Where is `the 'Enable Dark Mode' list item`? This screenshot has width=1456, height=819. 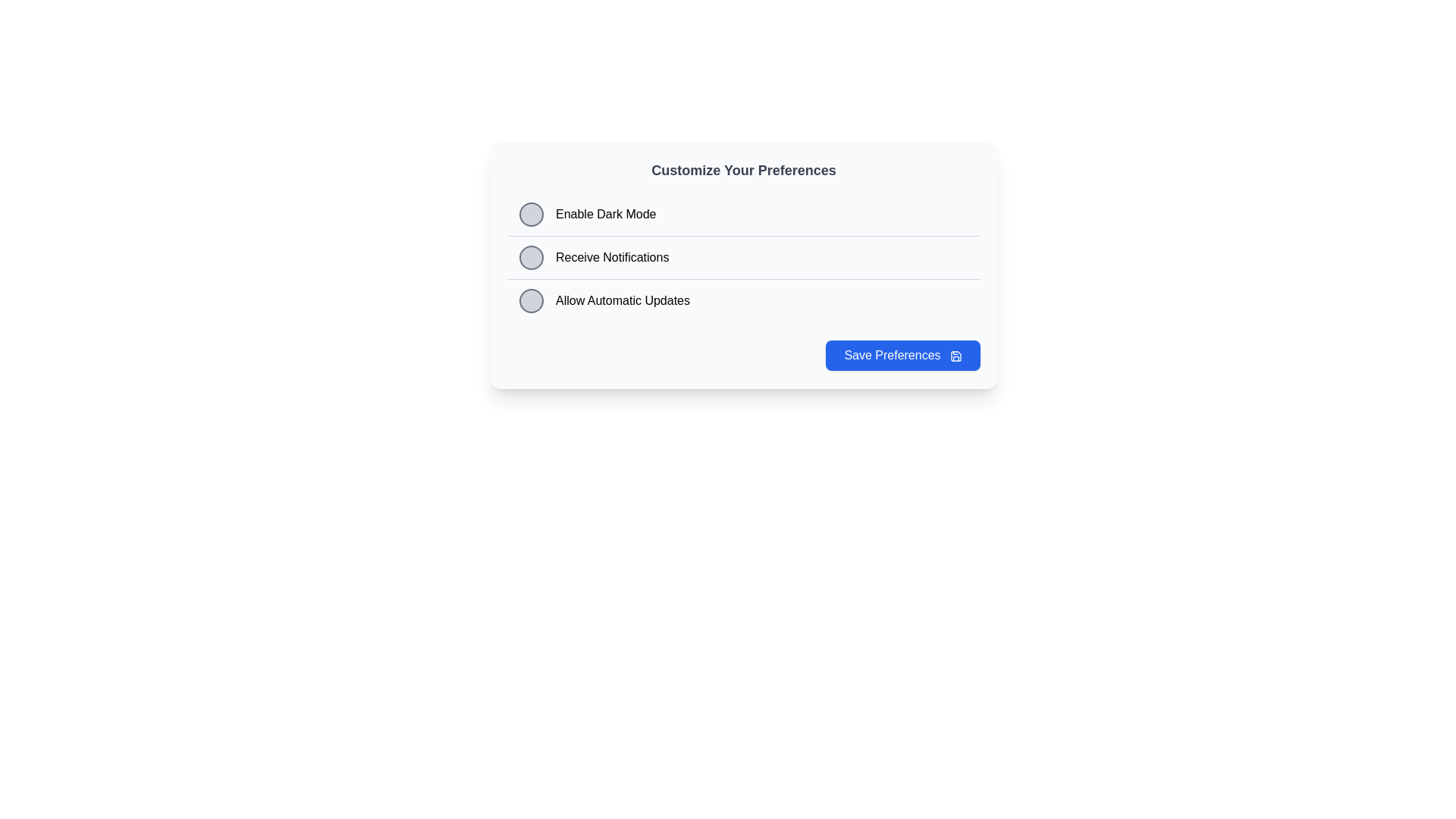
the 'Enable Dark Mode' list item is located at coordinates (743, 214).